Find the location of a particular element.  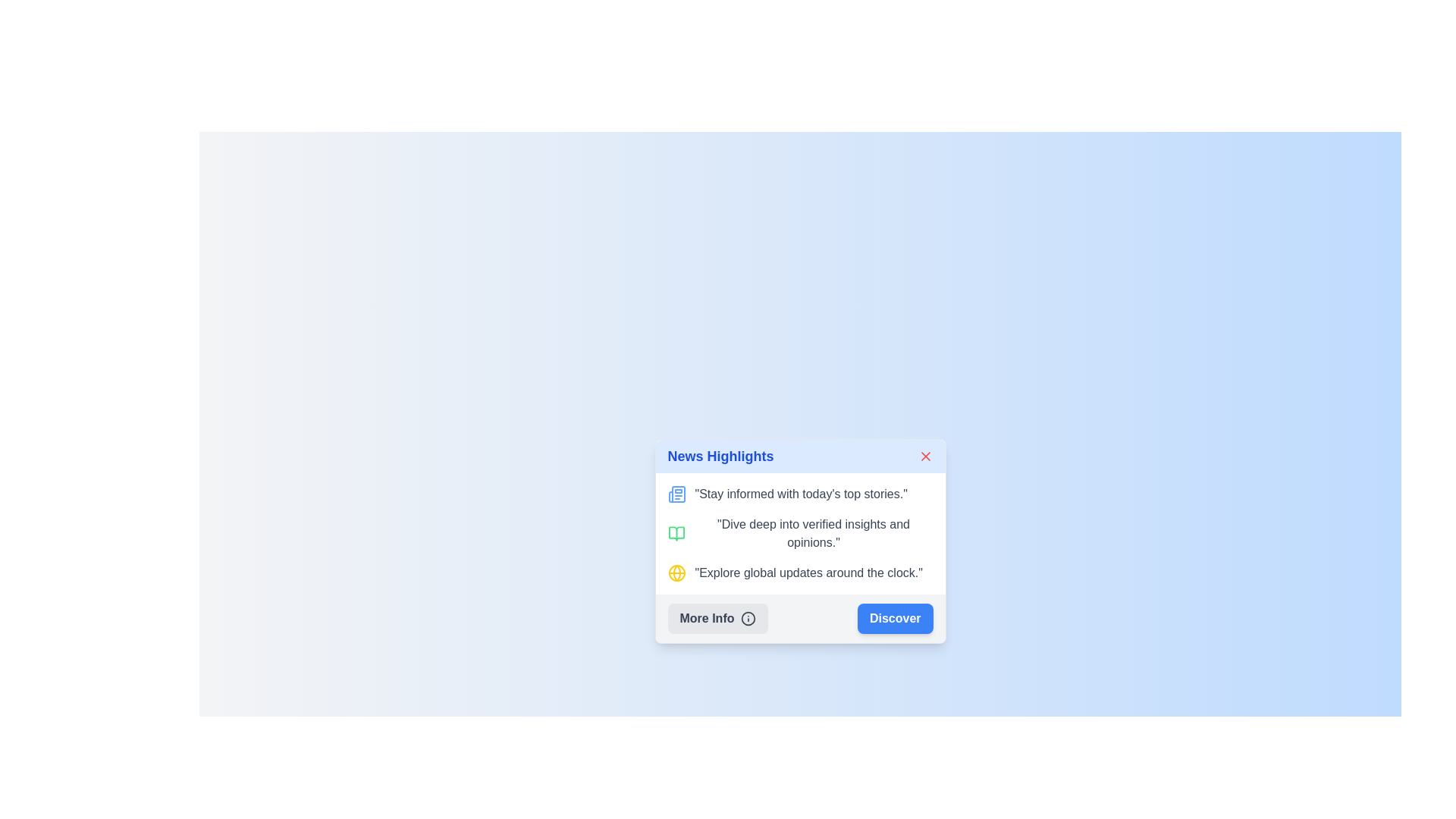

the open book icon, which is the first icon in the 'News Highlights' section of the light-blue dialog box is located at coordinates (676, 533).